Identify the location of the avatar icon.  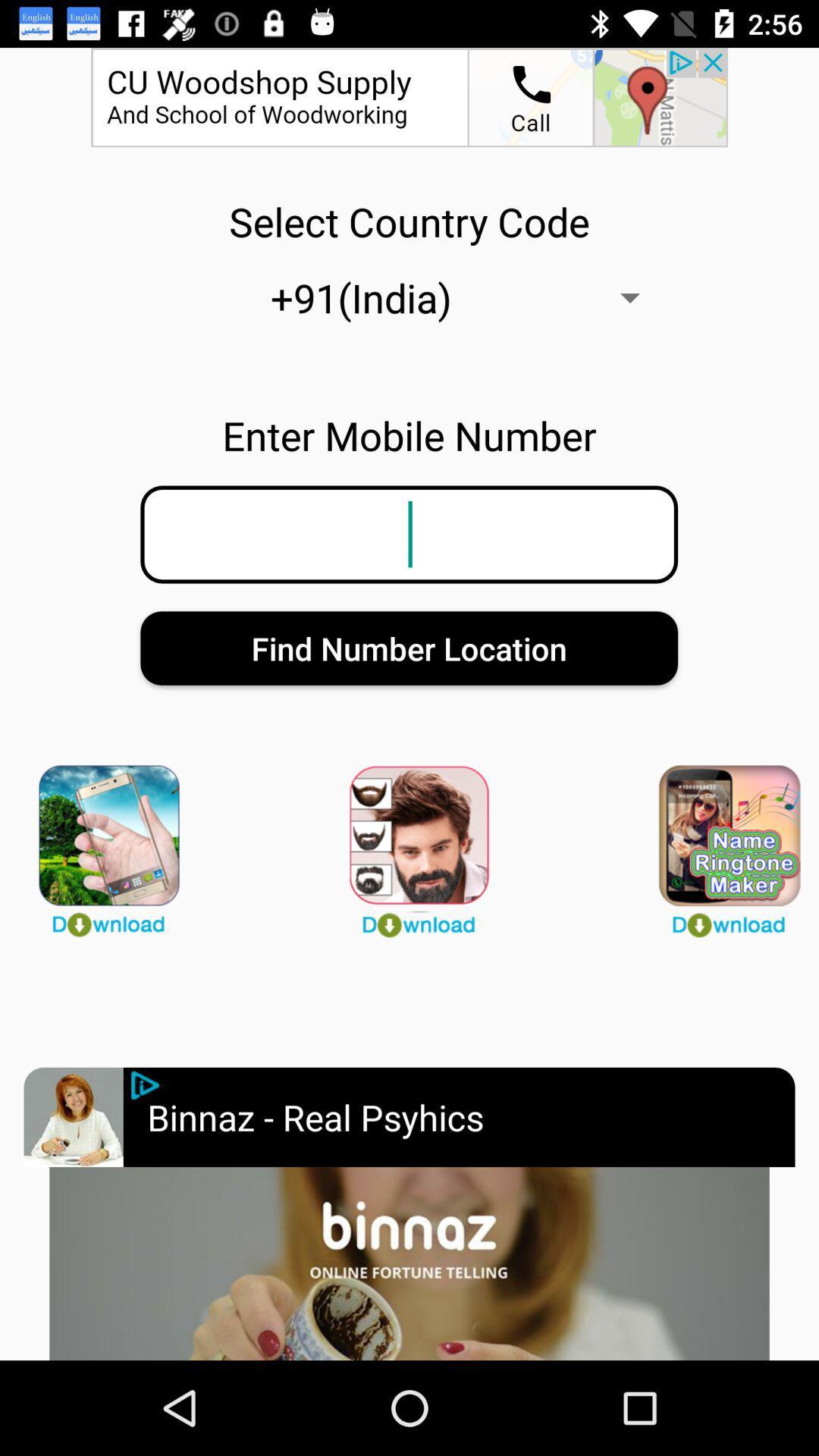
(99, 843).